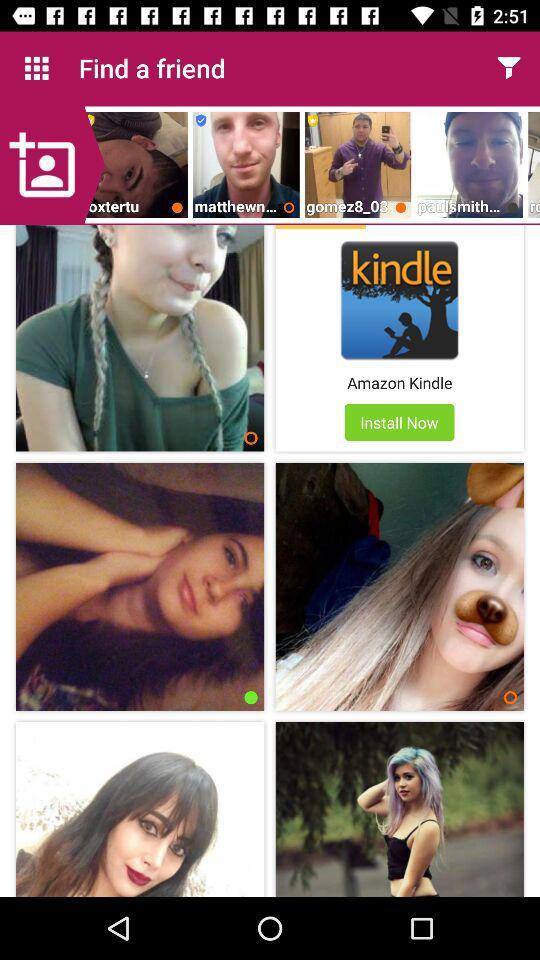 The height and width of the screenshot is (960, 540). Describe the element at coordinates (399, 299) in the screenshot. I see `install kindle` at that location.